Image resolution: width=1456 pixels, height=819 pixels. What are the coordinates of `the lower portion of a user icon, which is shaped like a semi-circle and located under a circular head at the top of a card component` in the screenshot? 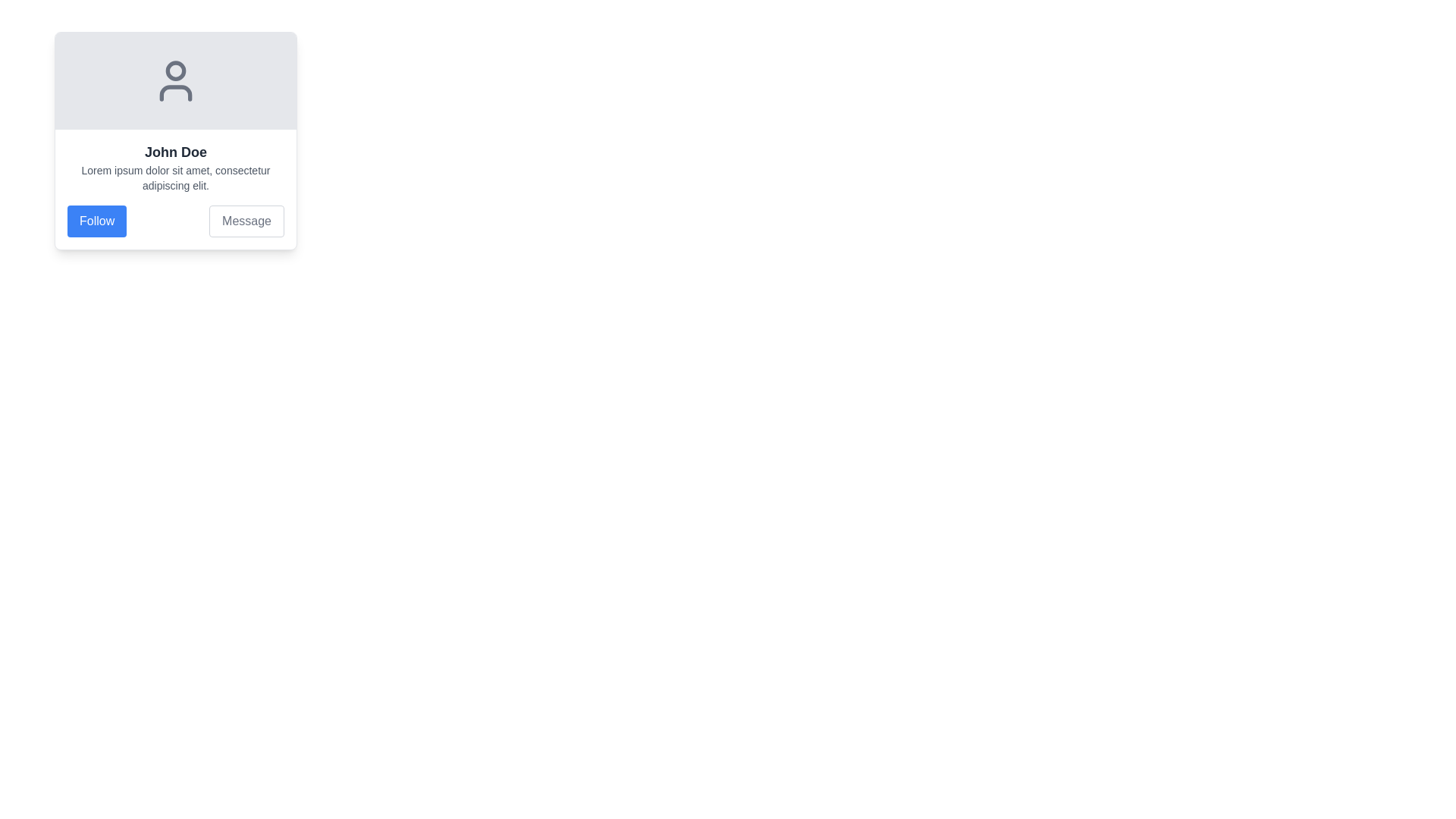 It's located at (175, 93).